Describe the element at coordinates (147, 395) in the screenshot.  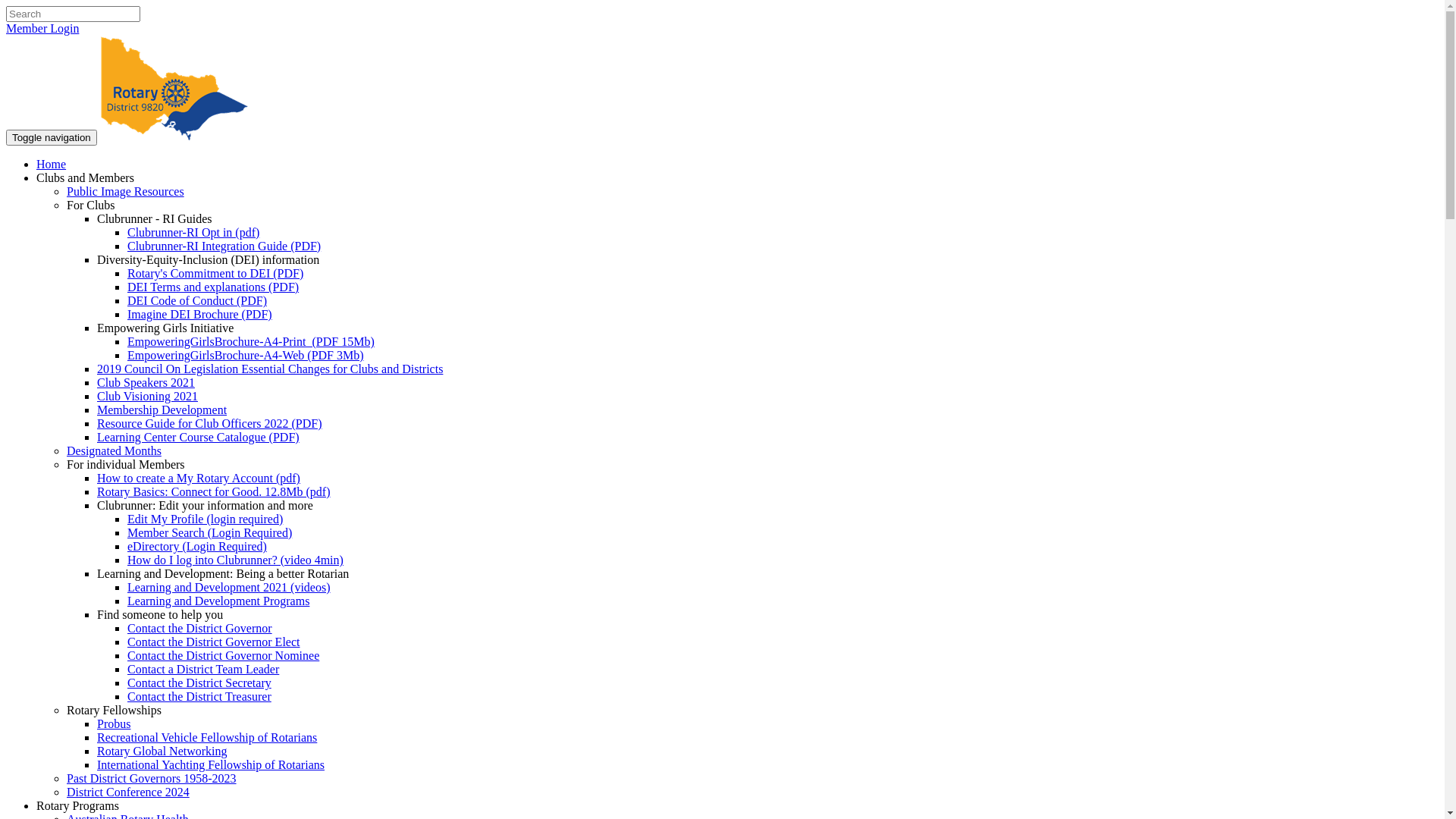
I see `'Club Visioning 2021'` at that location.